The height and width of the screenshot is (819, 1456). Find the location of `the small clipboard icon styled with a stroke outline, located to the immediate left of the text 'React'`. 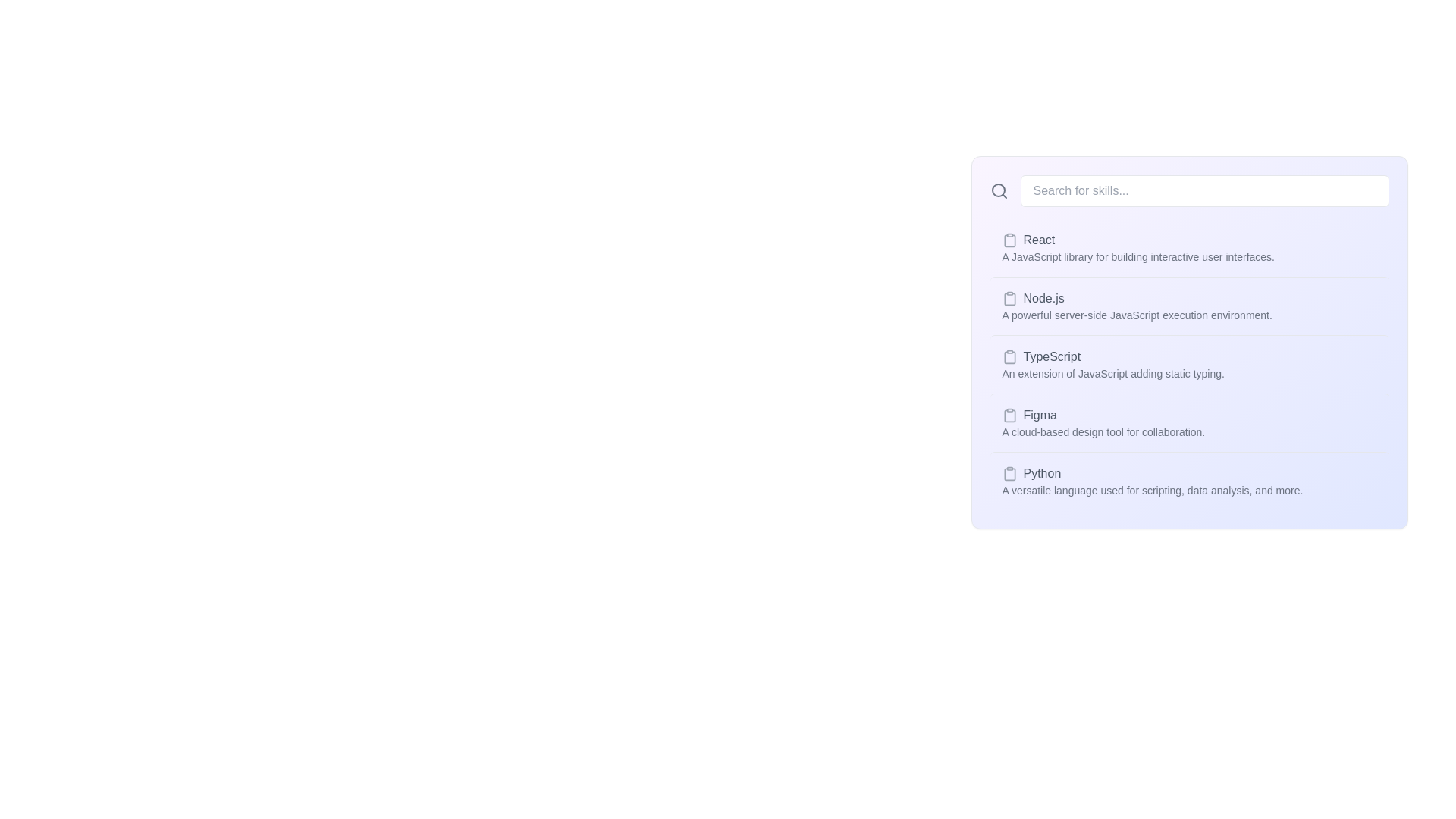

the small clipboard icon styled with a stroke outline, located to the immediate left of the text 'React' is located at coordinates (1009, 239).